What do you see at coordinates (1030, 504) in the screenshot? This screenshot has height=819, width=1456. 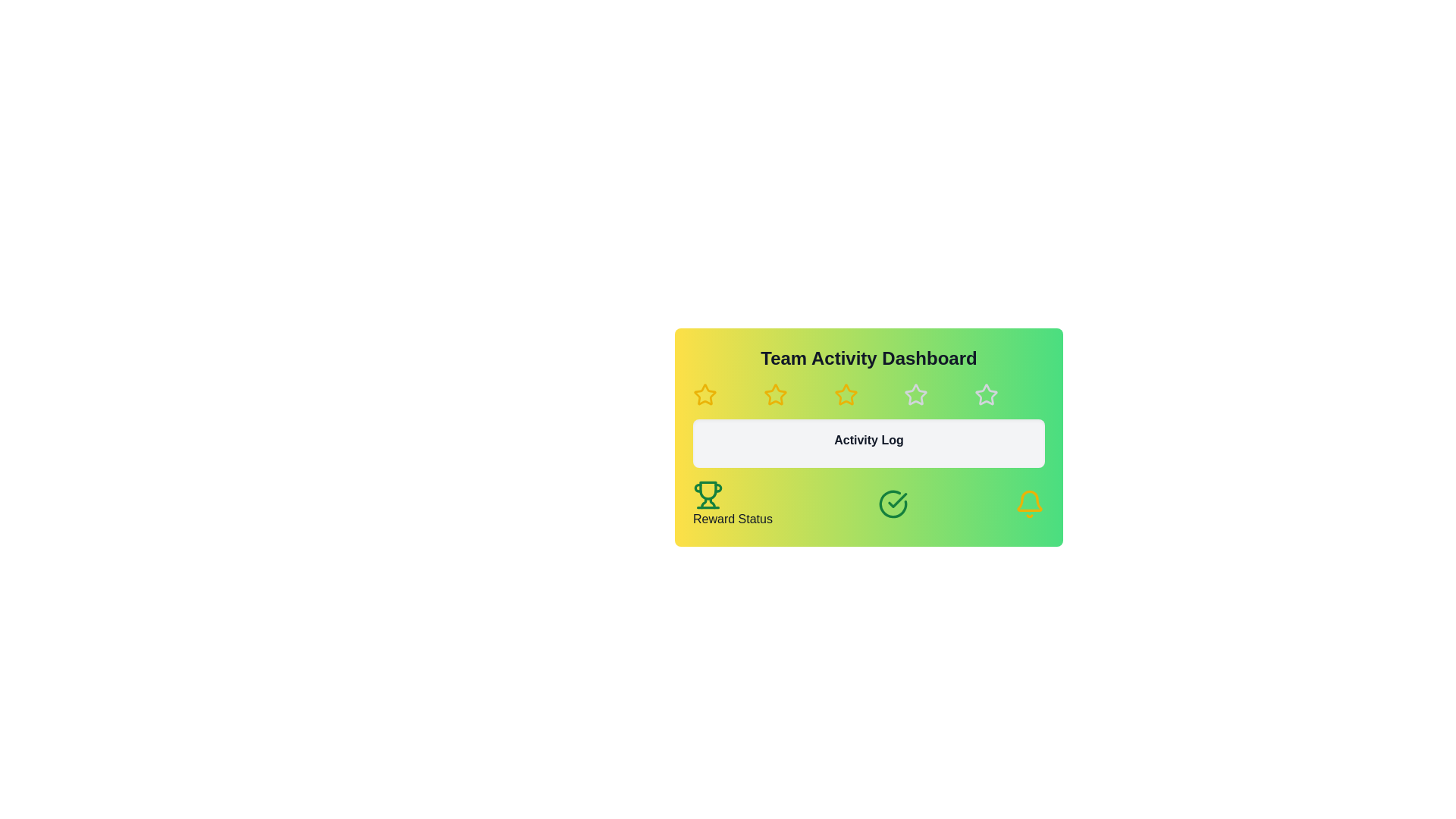 I see `the bell-shaped notification icon with a yellow outline located at the bottom-right corner of the 'Reward Status' section` at bounding box center [1030, 504].